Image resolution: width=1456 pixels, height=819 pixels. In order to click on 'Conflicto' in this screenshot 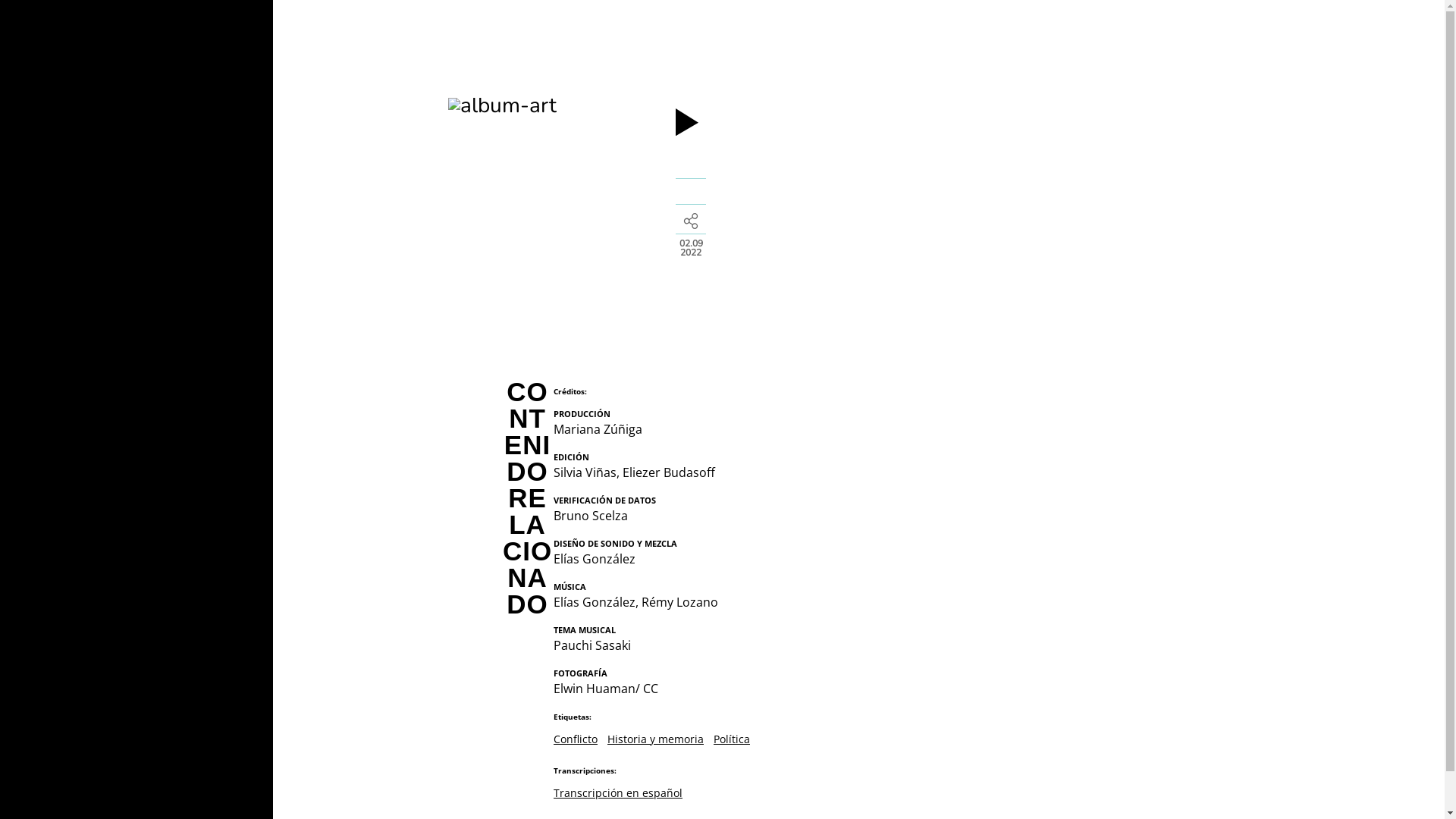, I will do `click(574, 738)`.